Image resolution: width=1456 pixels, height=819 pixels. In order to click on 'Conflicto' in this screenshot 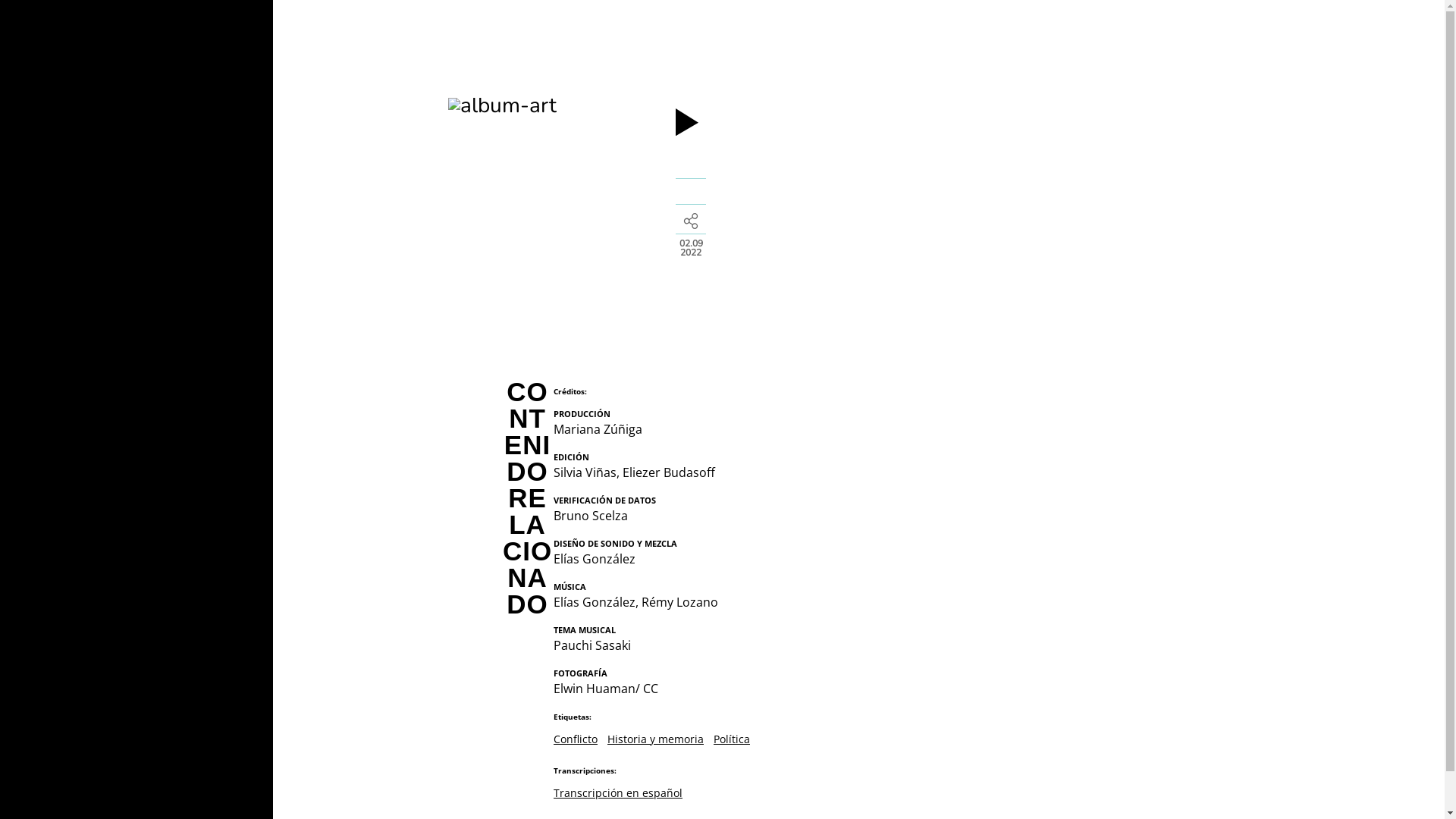, I will do `click(574, 738)`.